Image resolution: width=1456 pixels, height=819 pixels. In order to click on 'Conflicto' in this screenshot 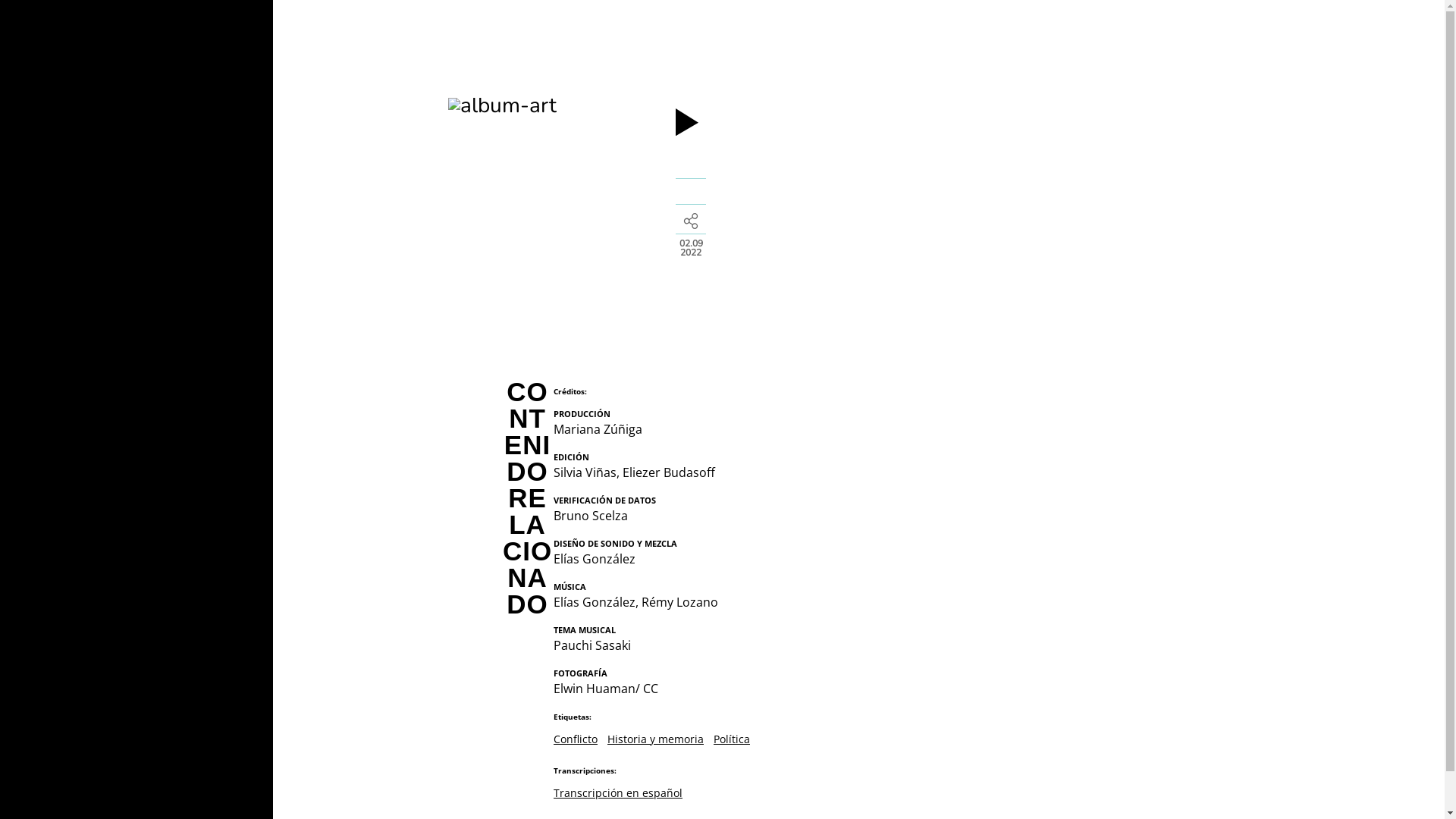, I will do `click(574, 738)`.